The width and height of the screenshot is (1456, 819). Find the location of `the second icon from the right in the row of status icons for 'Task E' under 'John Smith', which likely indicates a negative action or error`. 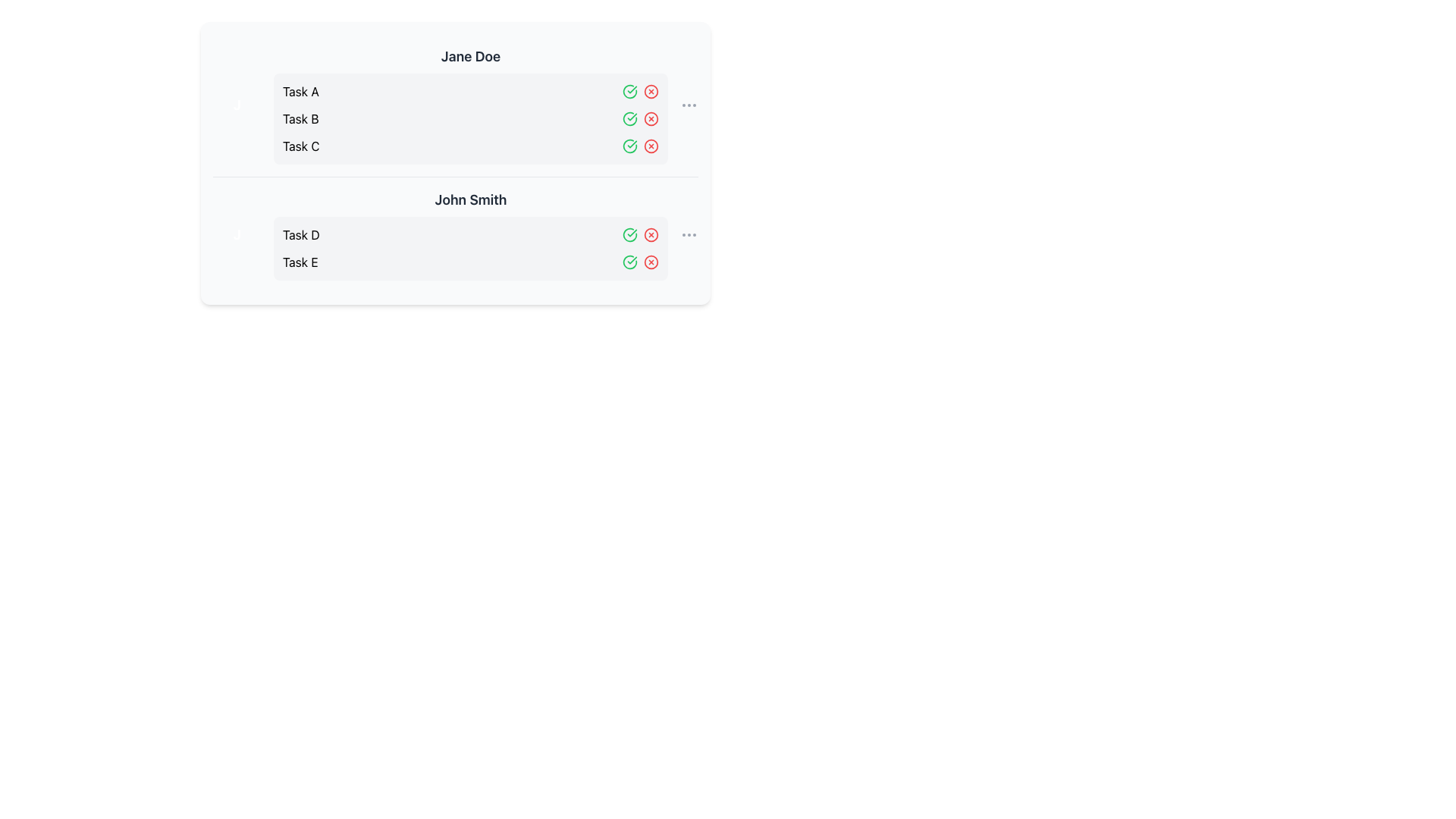

the second icon from the right in the row of status icons for 'Task E' under 'John Smith', which likely indicates a negative action or error is located at coordinates (651, 262).